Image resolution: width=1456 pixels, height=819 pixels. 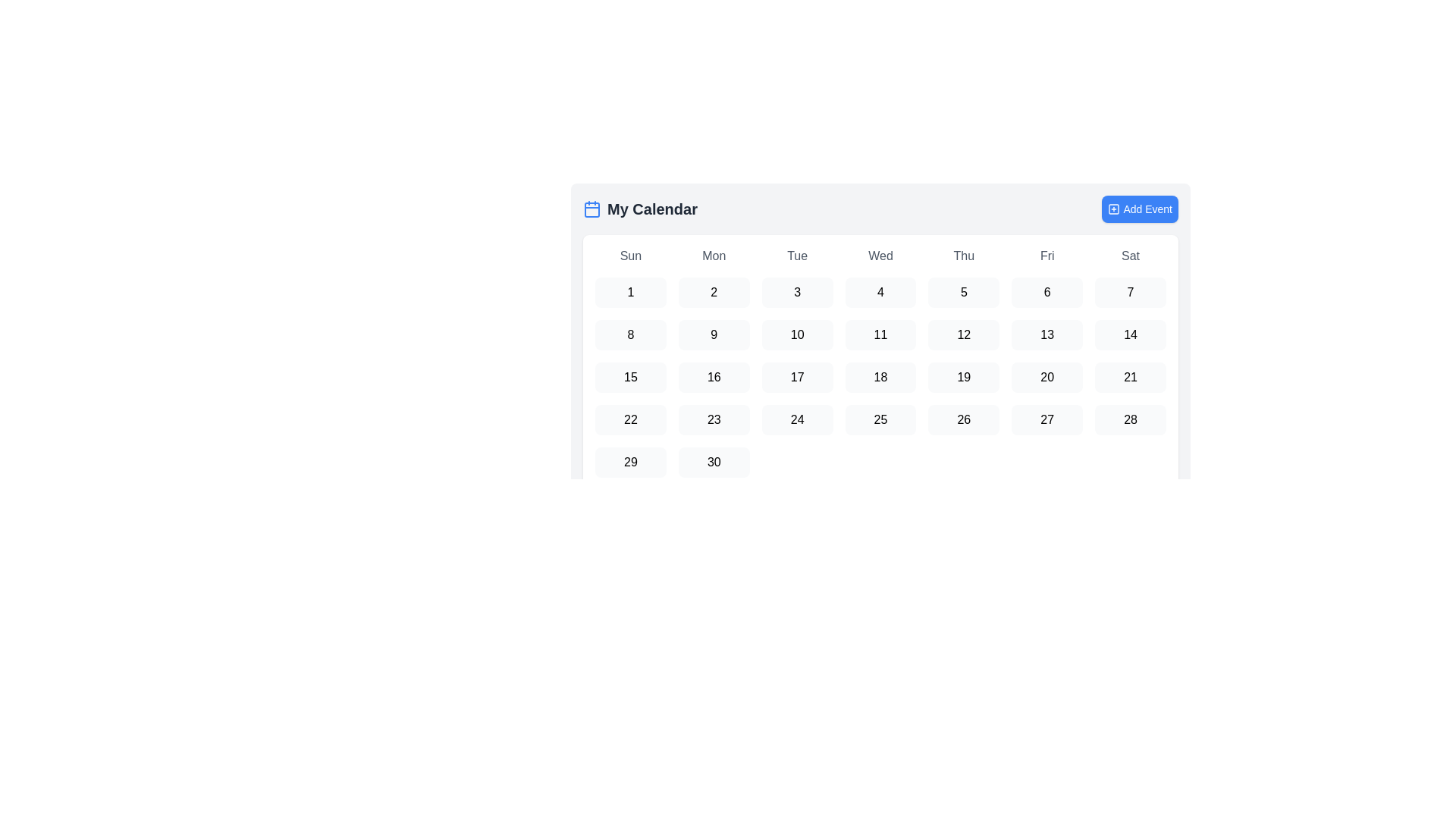 I want to click on the date cell representing '13' in the calendar grid, located in the 'Fri' column and third row, so click(x=1046, y=334).